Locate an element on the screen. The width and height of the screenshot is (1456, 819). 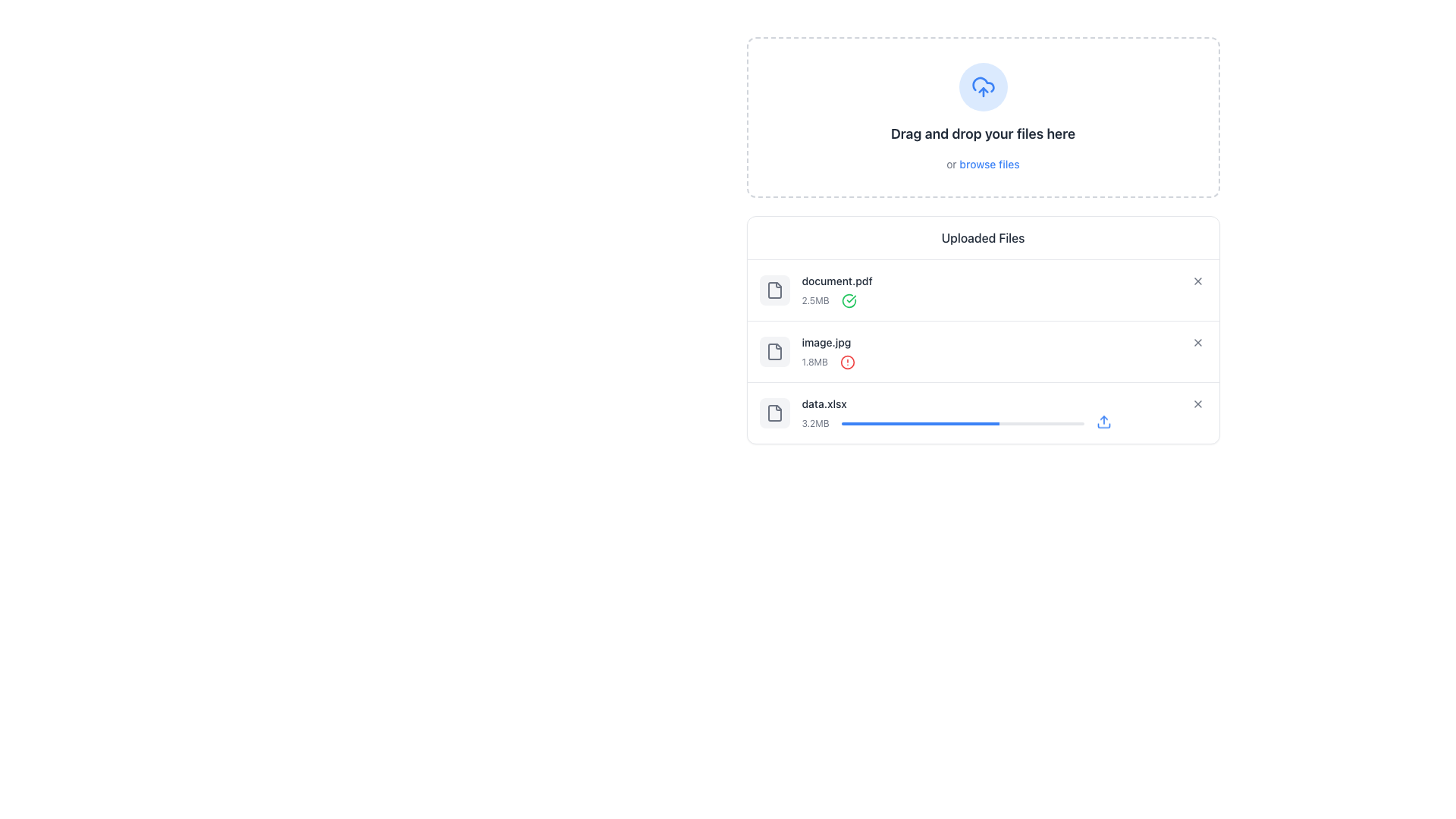
the text label titled 'Uploaded Files', which is styled with a medium-weight font and gray color, positioned at the top center of the section containing file-related information is located at coordinates (983, 237).